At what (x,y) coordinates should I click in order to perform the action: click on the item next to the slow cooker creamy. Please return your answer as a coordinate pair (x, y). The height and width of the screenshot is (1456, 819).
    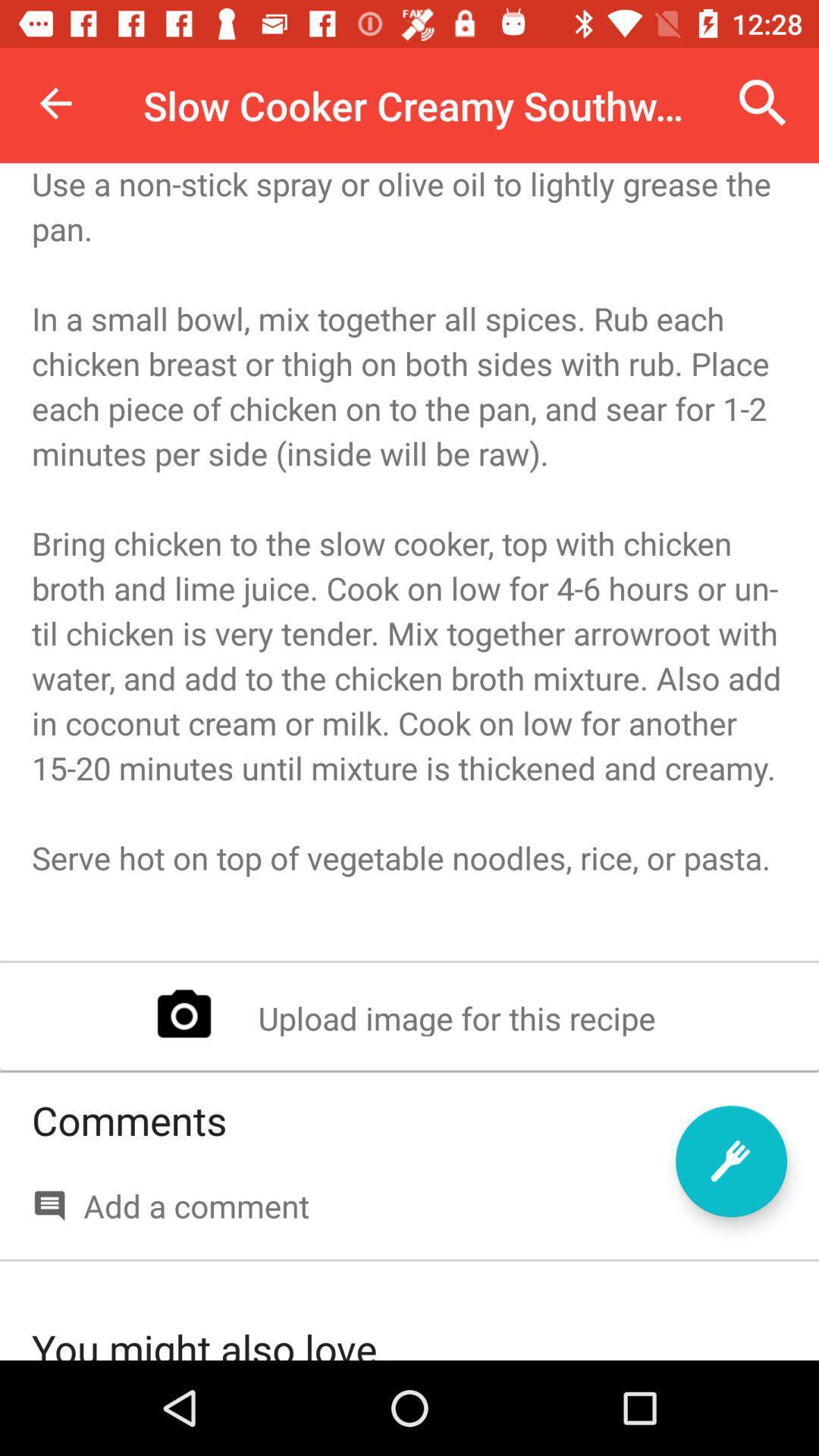
    Looking at the image, I should click on (55, 102).